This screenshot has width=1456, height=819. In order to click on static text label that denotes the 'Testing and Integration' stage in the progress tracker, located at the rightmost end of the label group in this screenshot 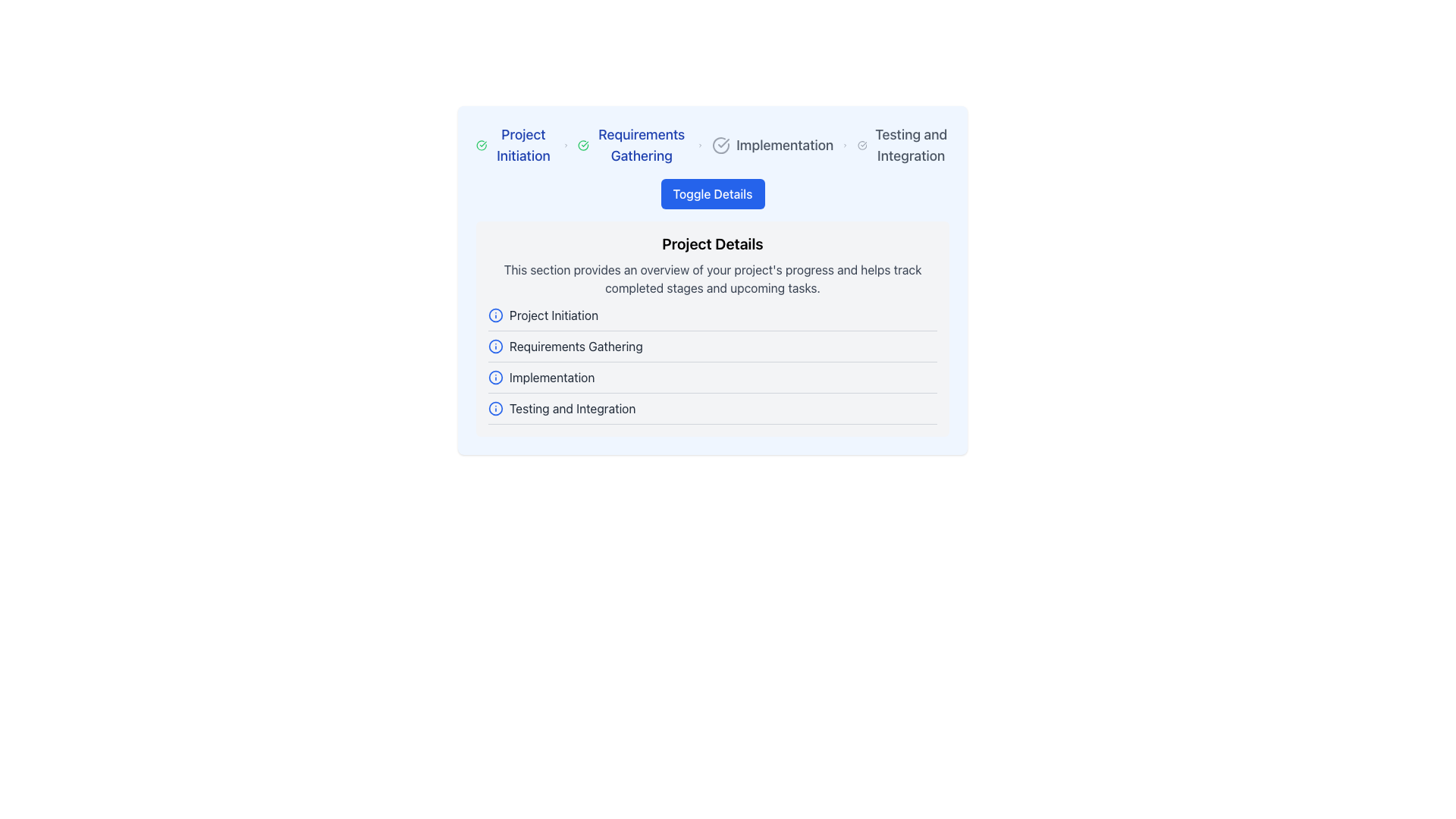, I will do `click(910, 146)`.